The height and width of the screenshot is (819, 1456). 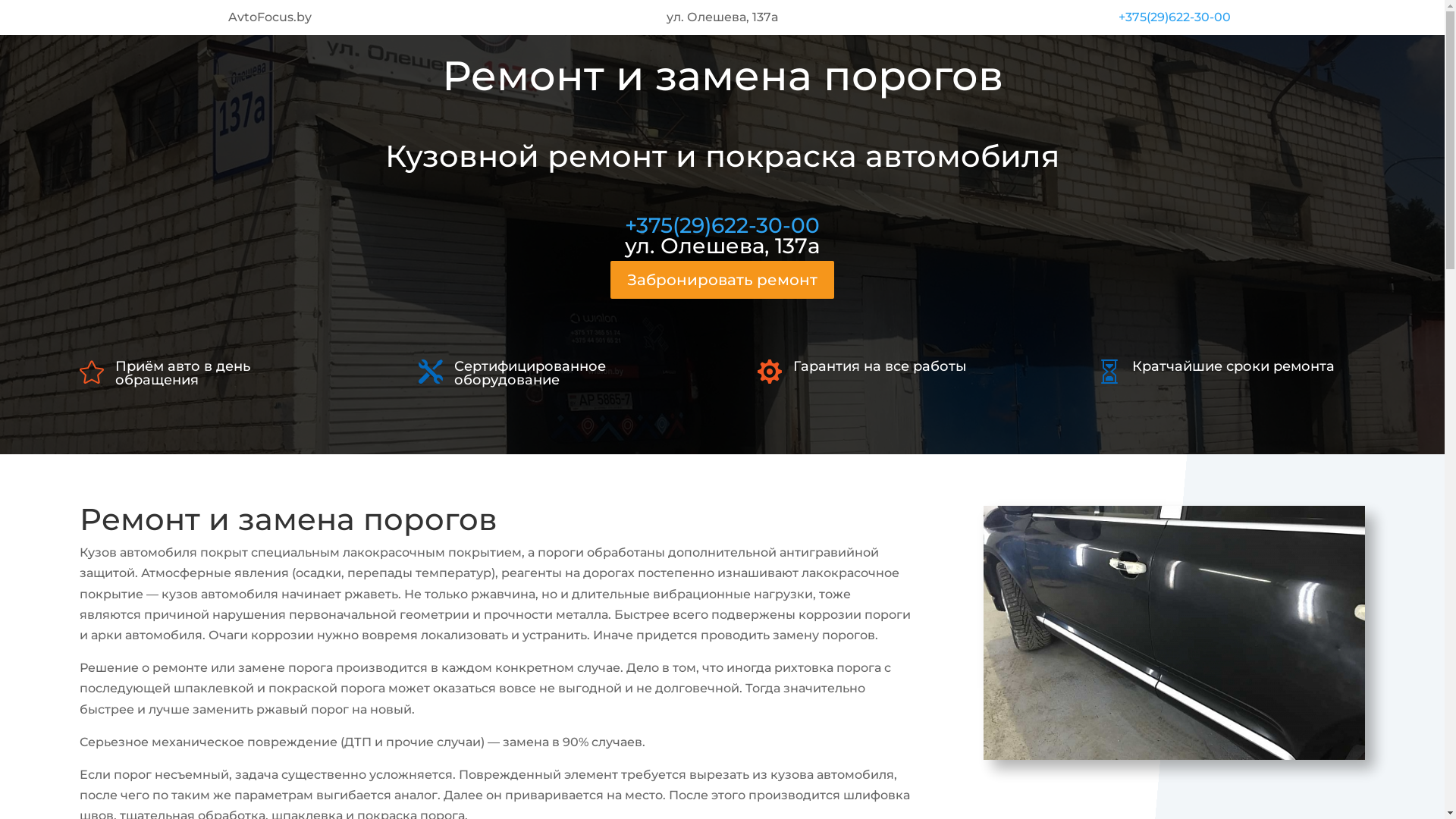 I want to click on '+375(29)622-30-00', so click(x=721, y=225).